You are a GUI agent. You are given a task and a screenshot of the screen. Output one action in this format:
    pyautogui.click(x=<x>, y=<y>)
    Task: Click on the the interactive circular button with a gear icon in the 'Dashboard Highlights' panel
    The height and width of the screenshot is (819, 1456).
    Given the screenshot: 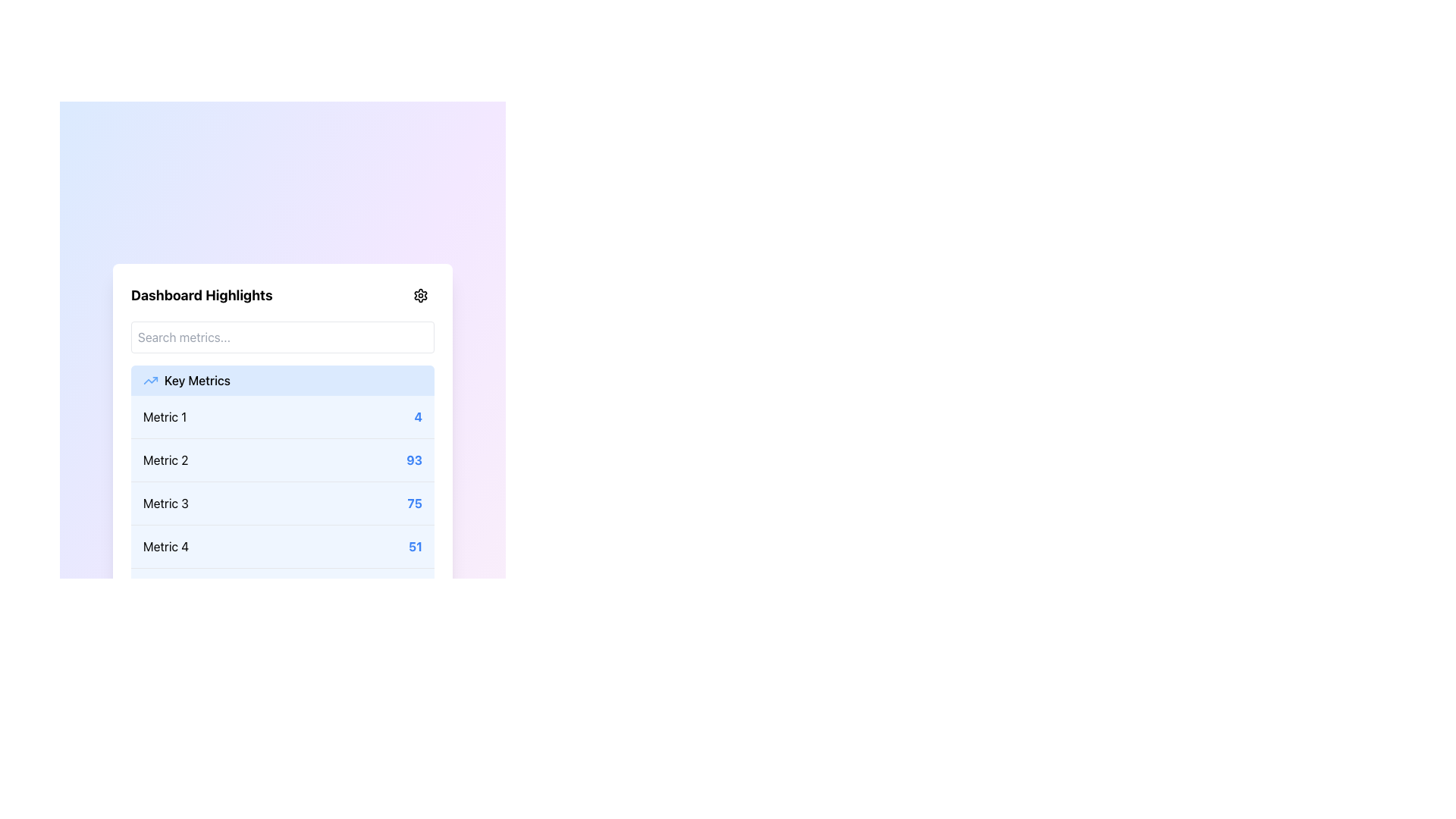 What is the action you would take?
    pyautogui.click(x=421, y=295)
    